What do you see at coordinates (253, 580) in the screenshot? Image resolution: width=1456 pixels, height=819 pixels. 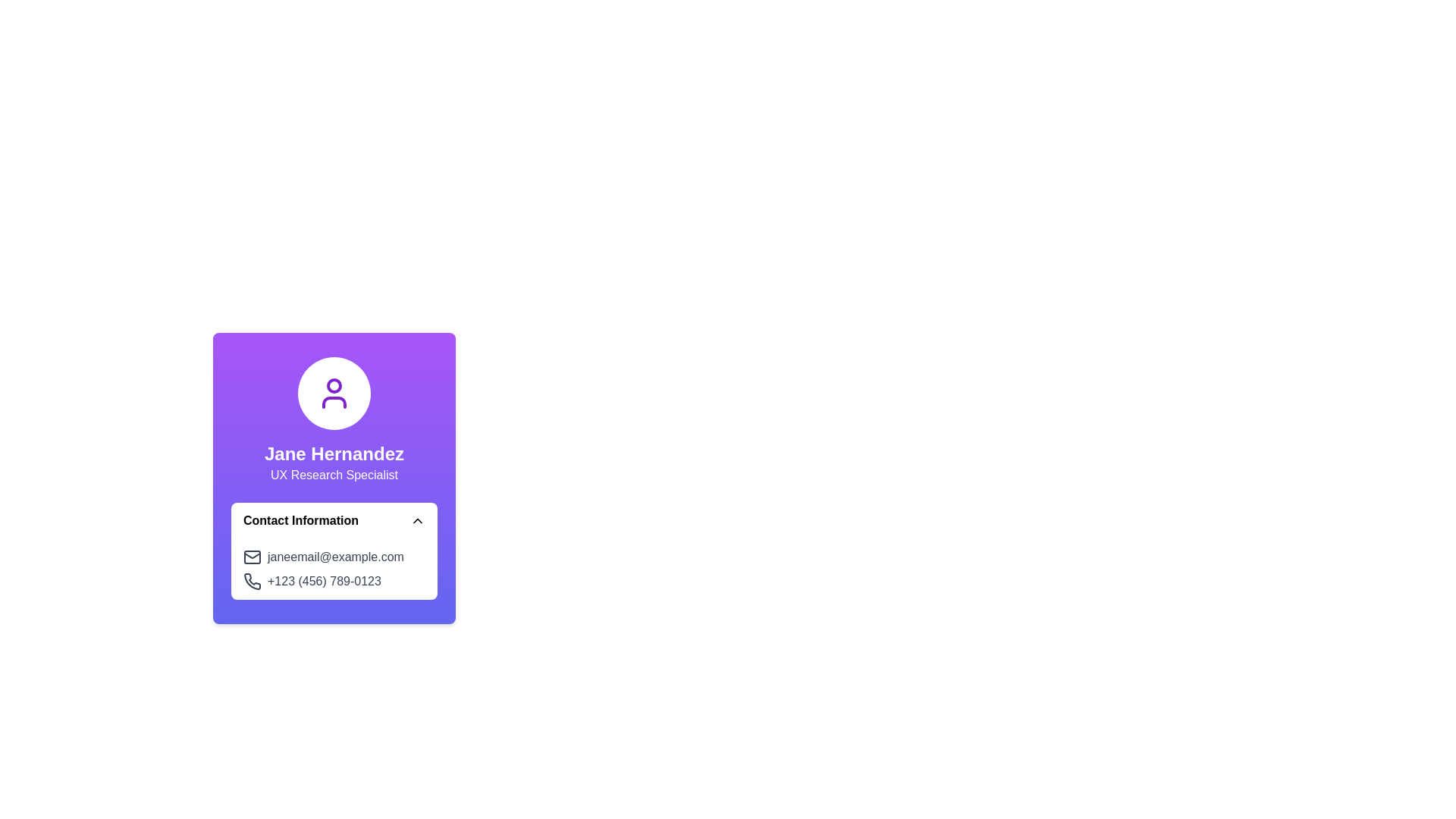 I see `the phone number icon located in the 'Contact Information' section, which visually represents the contact category for phone numbers` at bounding box center [253, 580].